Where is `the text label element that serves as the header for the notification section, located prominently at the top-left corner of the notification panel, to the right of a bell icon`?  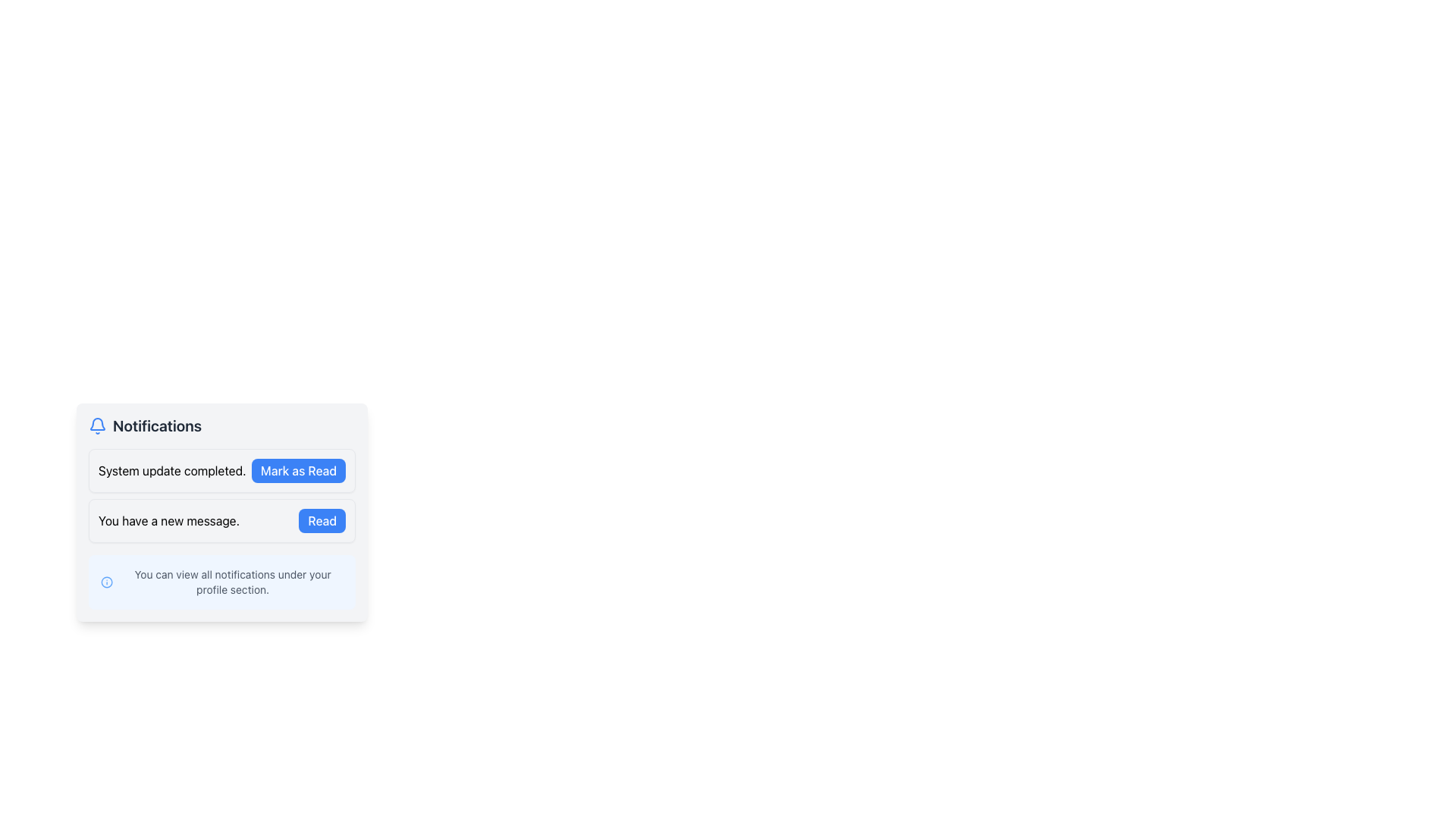 the text label element that serves as the header for the notification section, located prominently at the top-left corner of the notification panel, to the right of a bell icon is located at coordinates (157, 426).